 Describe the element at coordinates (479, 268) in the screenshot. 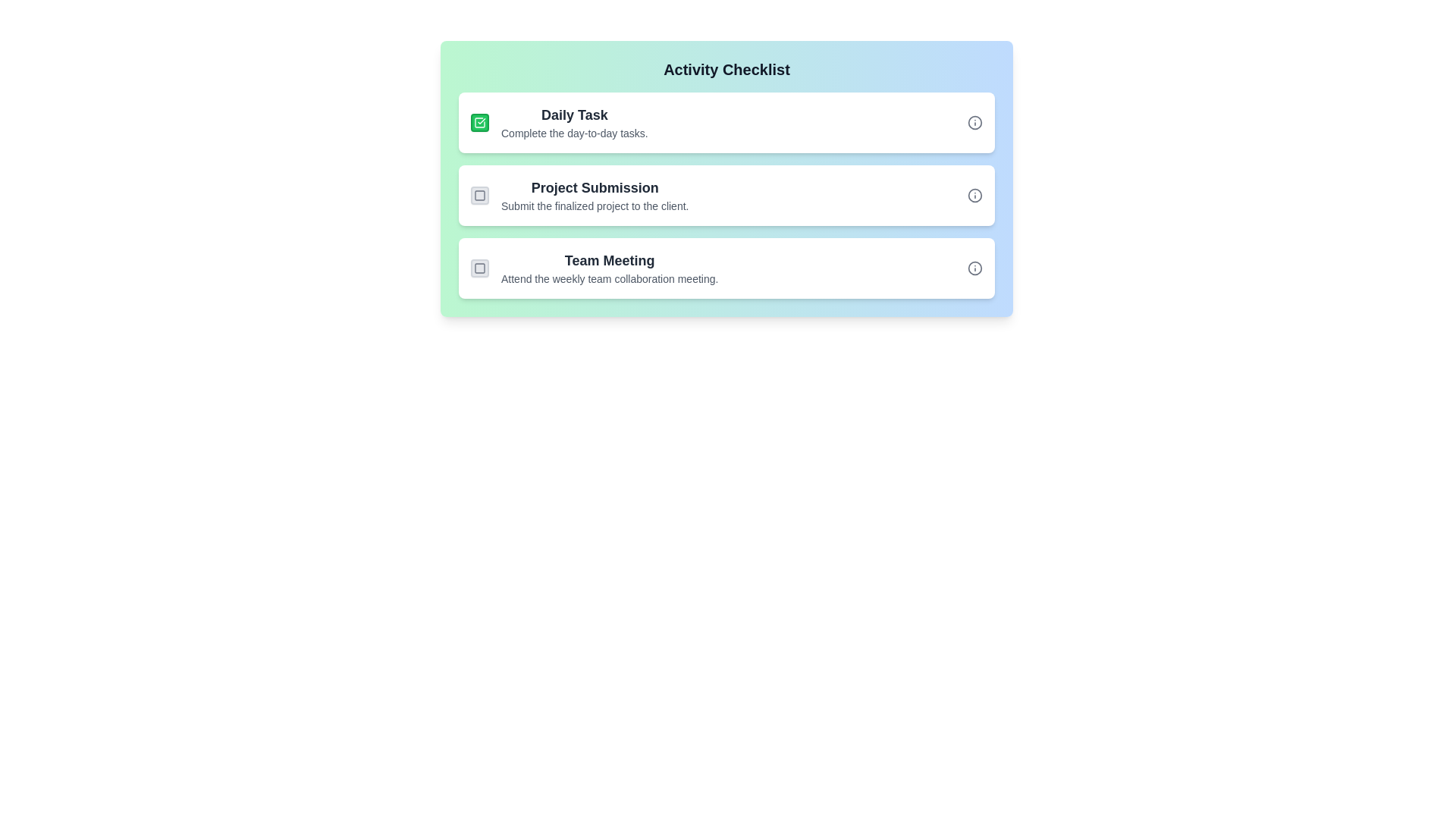

I see `the inner rectangle graphic element that indicates the status of the 'Team Meeting' checklist item, positioned third from the top in the list` at that location.